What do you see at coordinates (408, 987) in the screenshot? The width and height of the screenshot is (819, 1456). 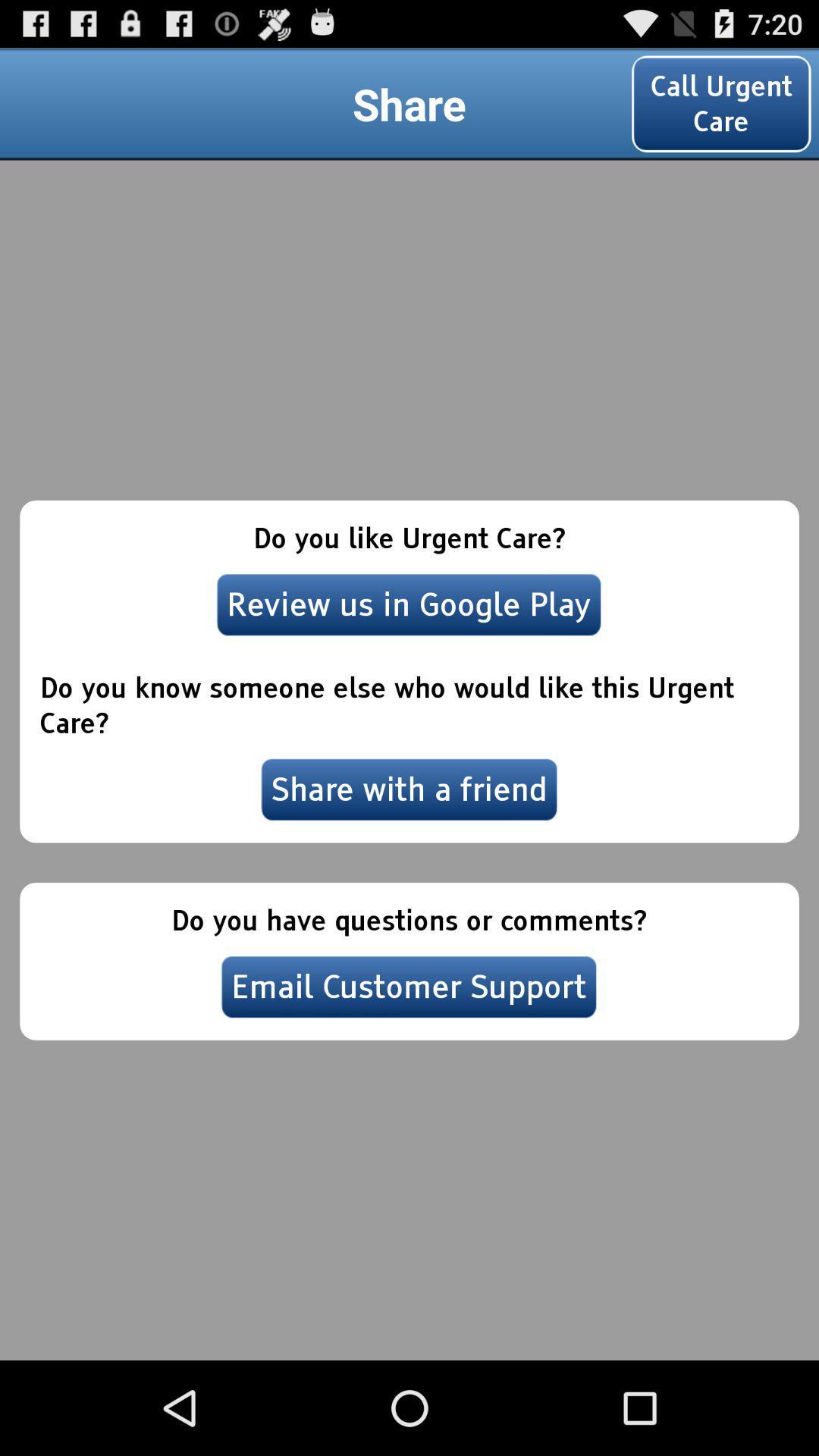 I see `the icon below do you have icon` at bounding box center [408, 987].